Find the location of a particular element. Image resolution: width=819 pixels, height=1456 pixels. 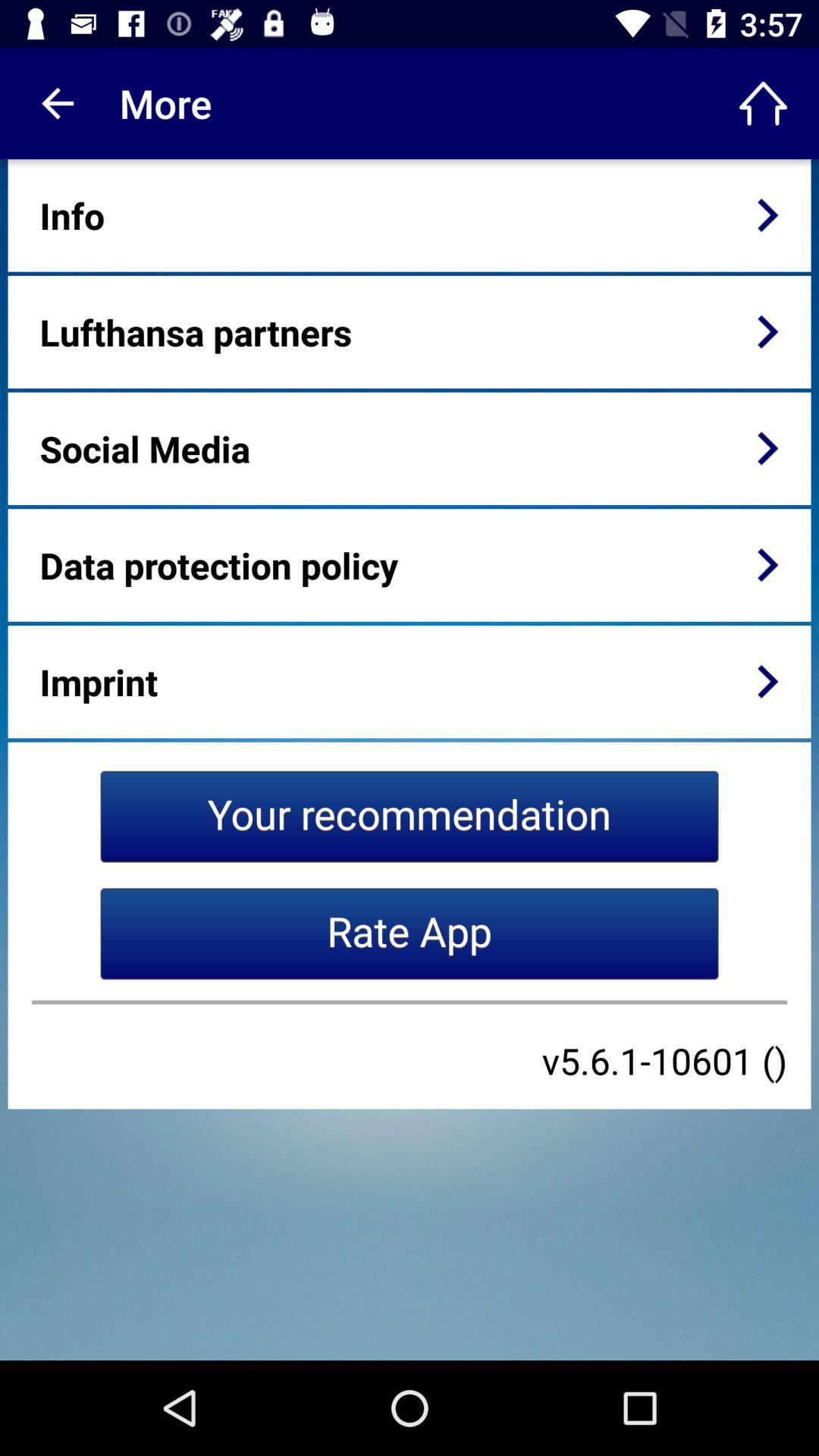

icon below the rate app item is located at coordinates (409, 1002).